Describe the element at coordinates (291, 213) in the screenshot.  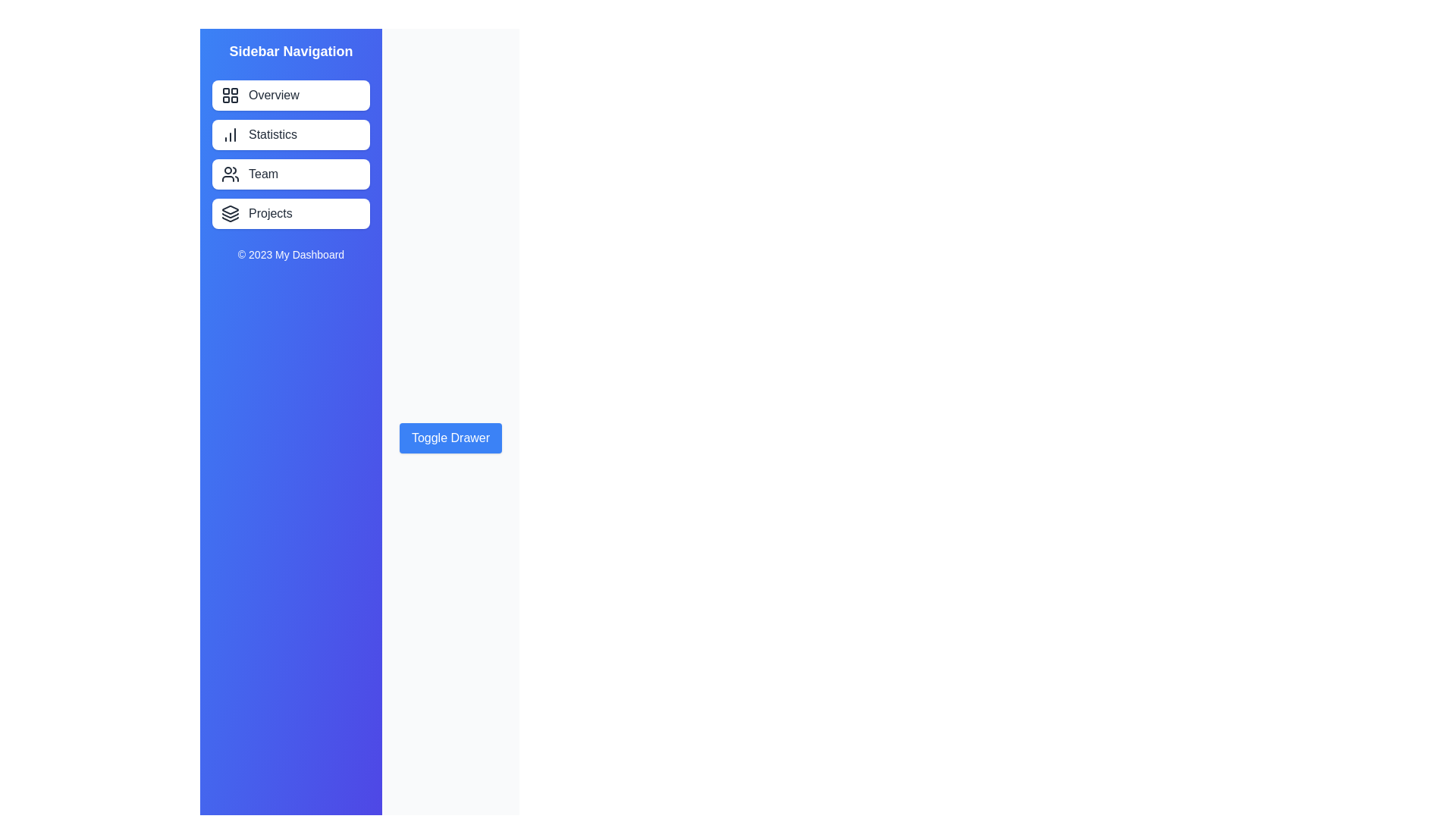
I see `the sidebar menu item Projects` at that location.